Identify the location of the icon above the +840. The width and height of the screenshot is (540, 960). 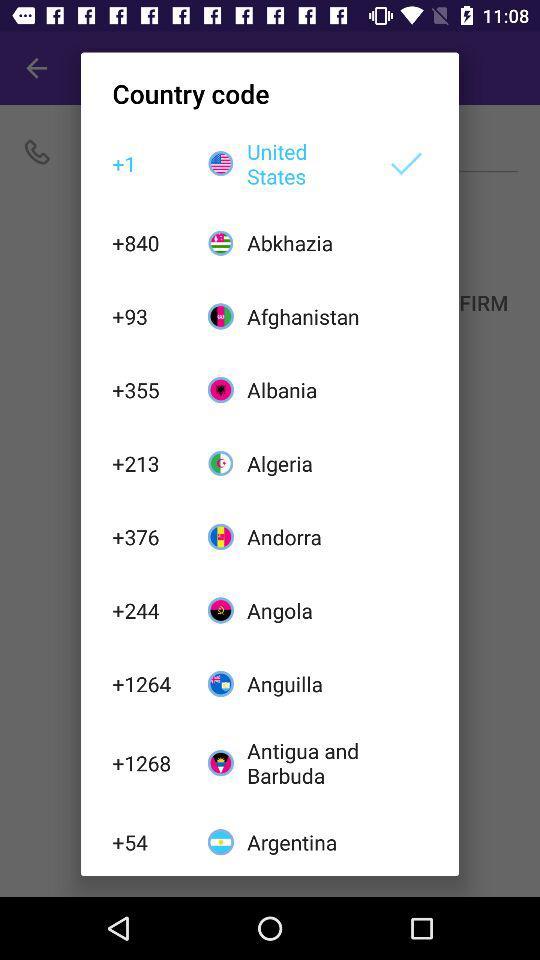
(148, 162).